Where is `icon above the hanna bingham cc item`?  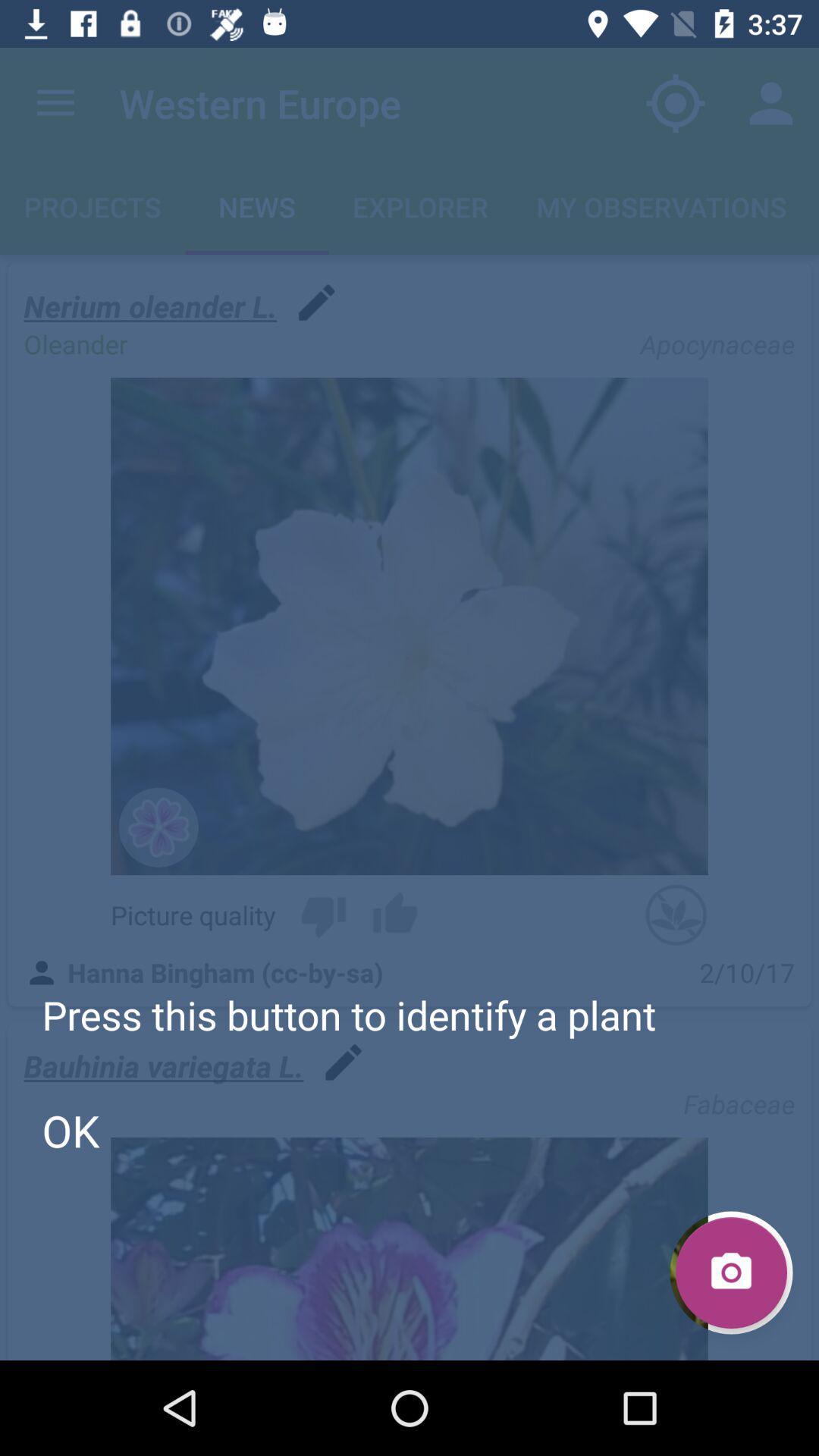 icon above the hanna bingham cc item is located at coordinates (322, 914).